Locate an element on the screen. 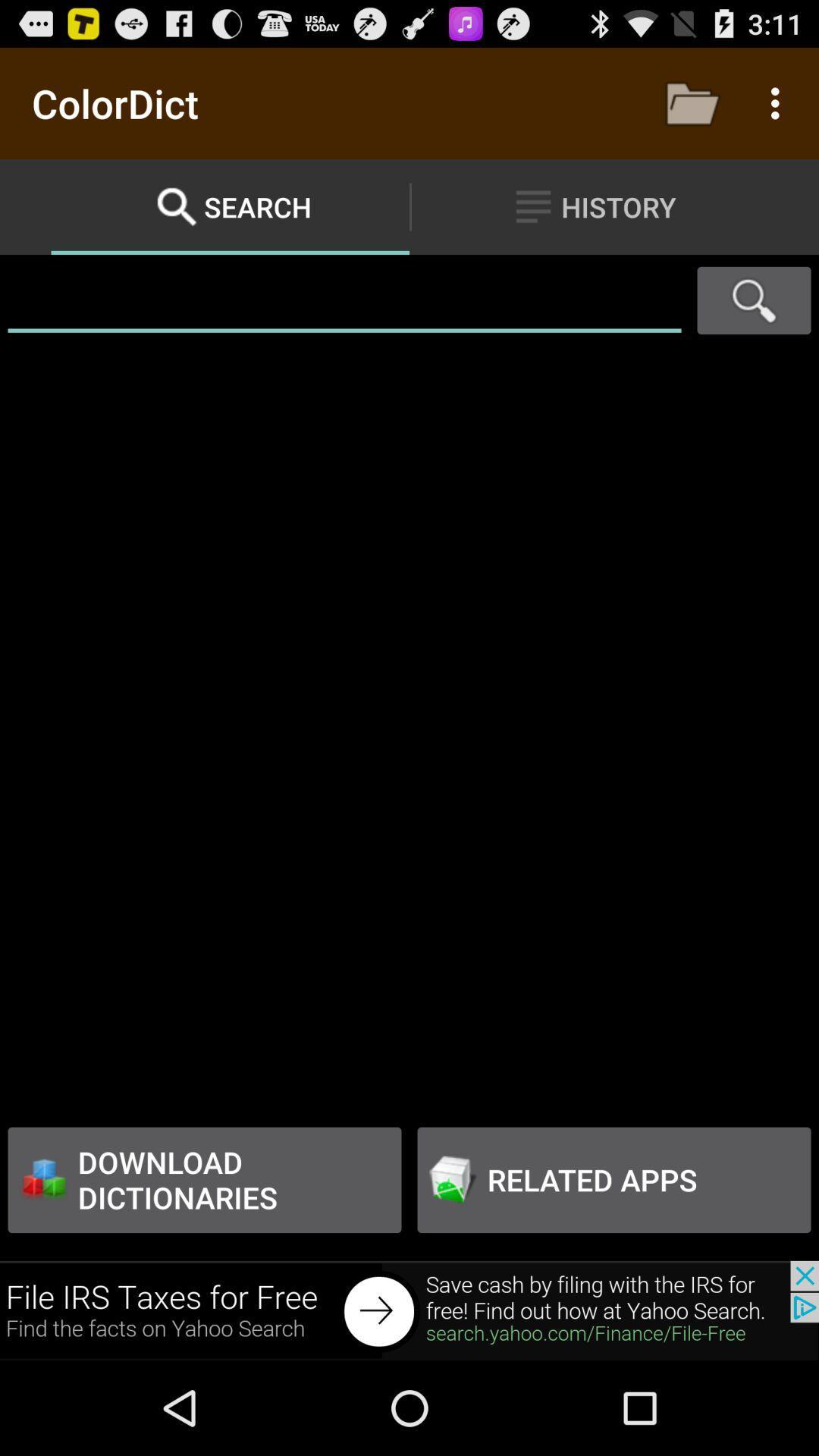 Image resolution: width=819 pixels, height=1456 pixels. search is located at coordinates (754, 300).